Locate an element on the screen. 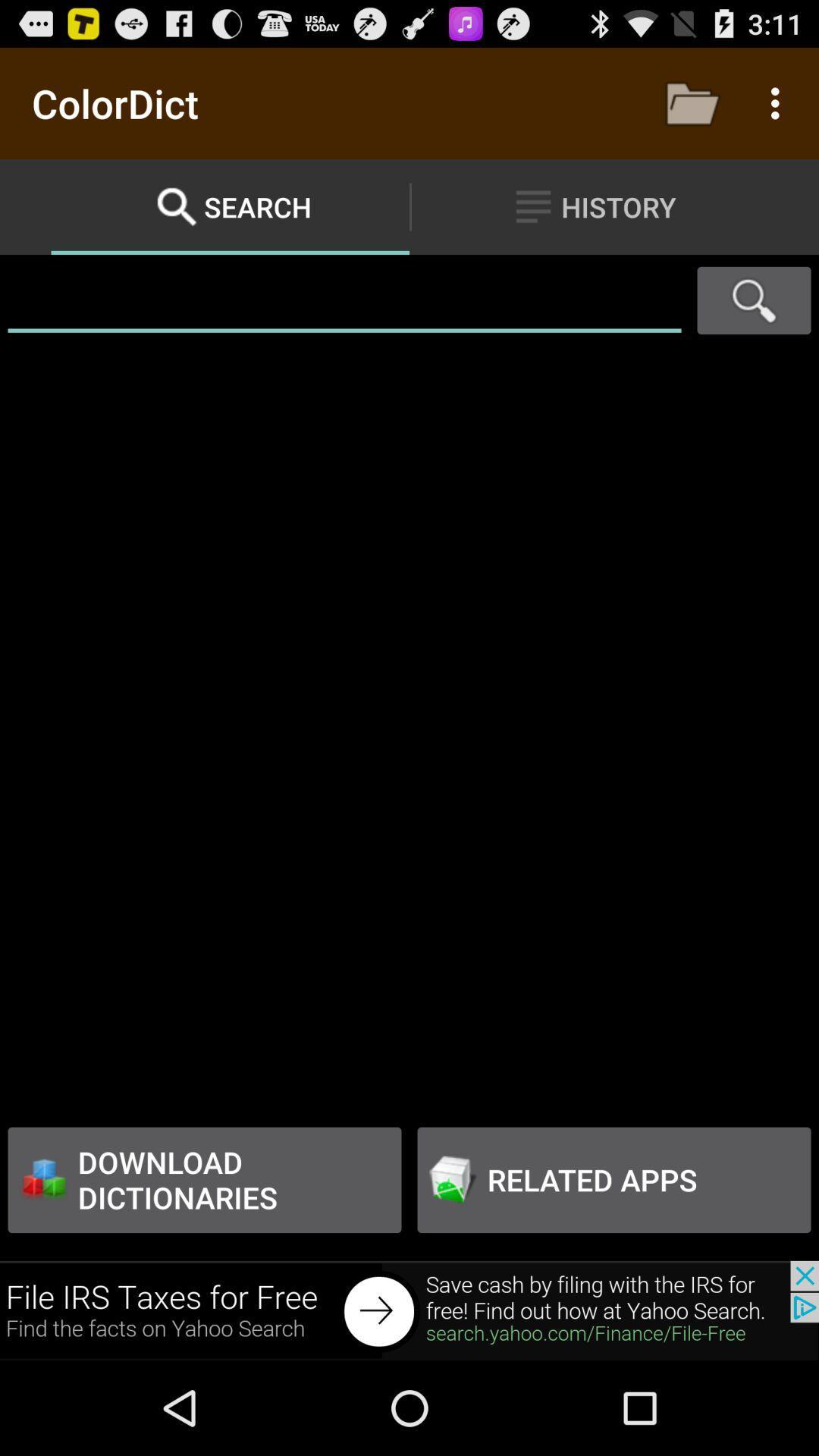 Image resolution: width=819 pixels, height=1456 pixels. search is located at coordinates (754, 300).